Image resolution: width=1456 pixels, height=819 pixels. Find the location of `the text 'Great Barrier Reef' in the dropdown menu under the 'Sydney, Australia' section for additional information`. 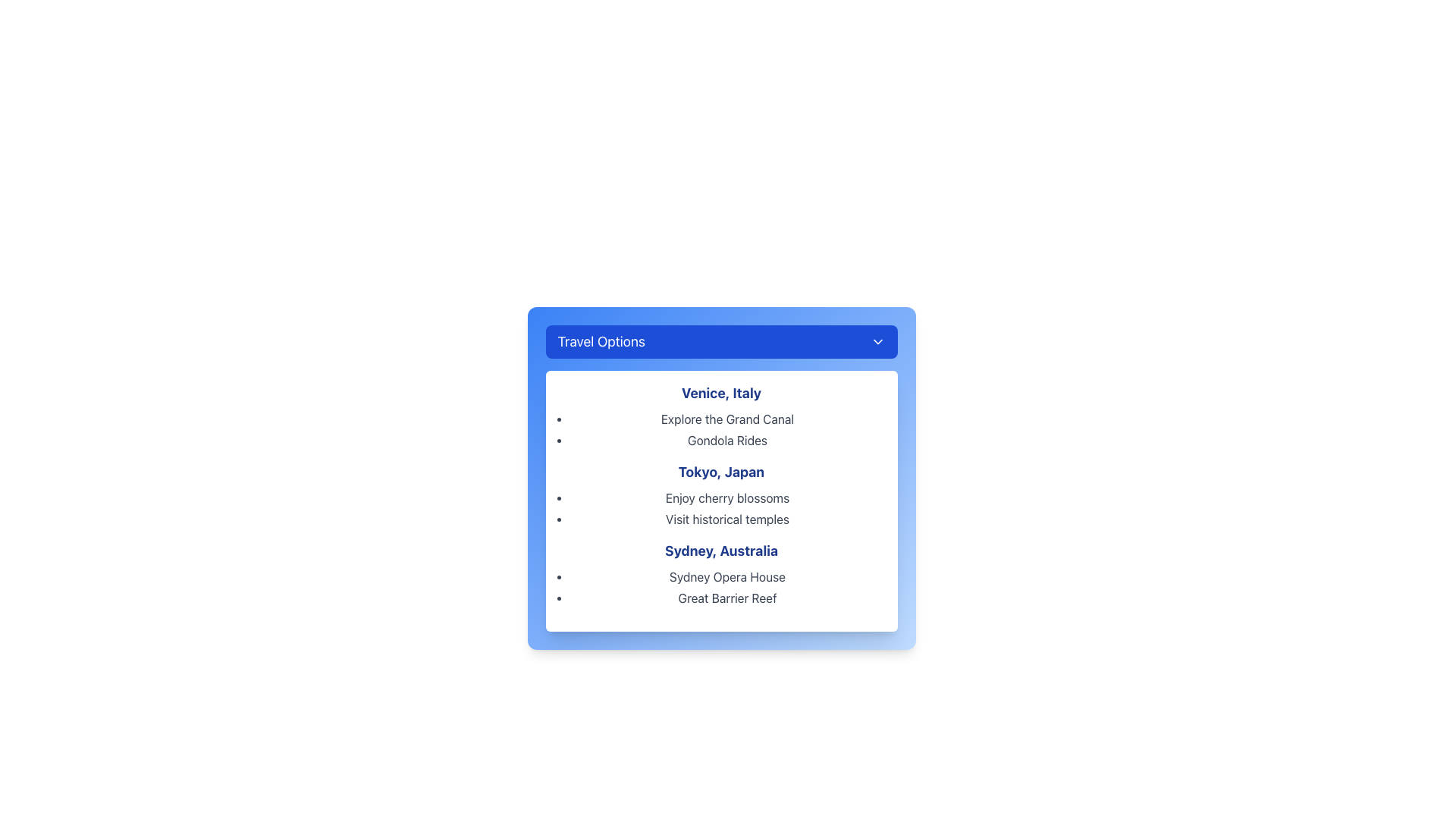

the text 'Great Barrier Reef' in the dropdown menu under the 'Sydney, Australia' section for additional information is located at coordinates (726, 598).